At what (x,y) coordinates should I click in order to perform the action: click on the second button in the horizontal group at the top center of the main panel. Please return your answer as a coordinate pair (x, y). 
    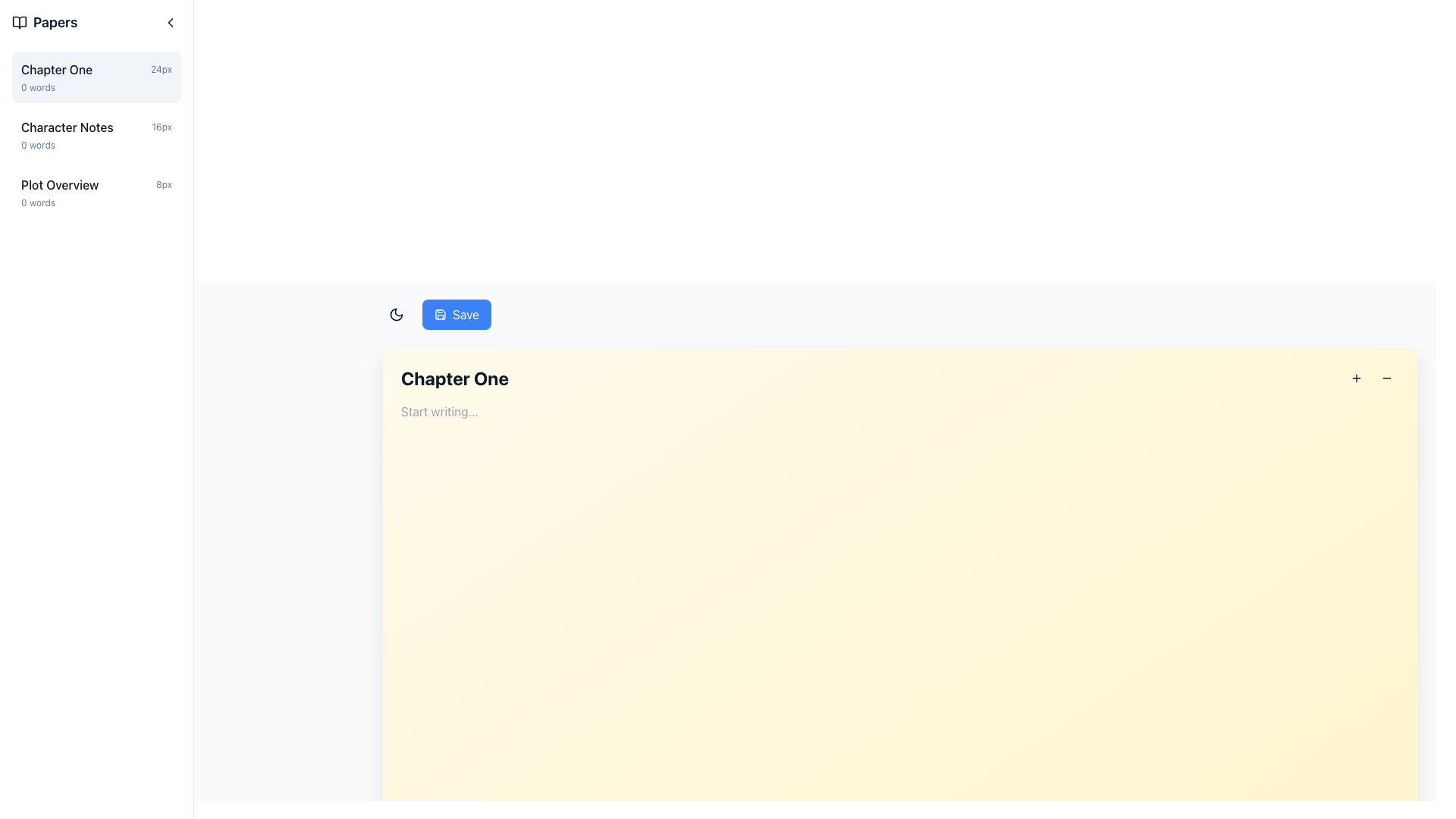
    Looking at the image, I should click on (456, 314).